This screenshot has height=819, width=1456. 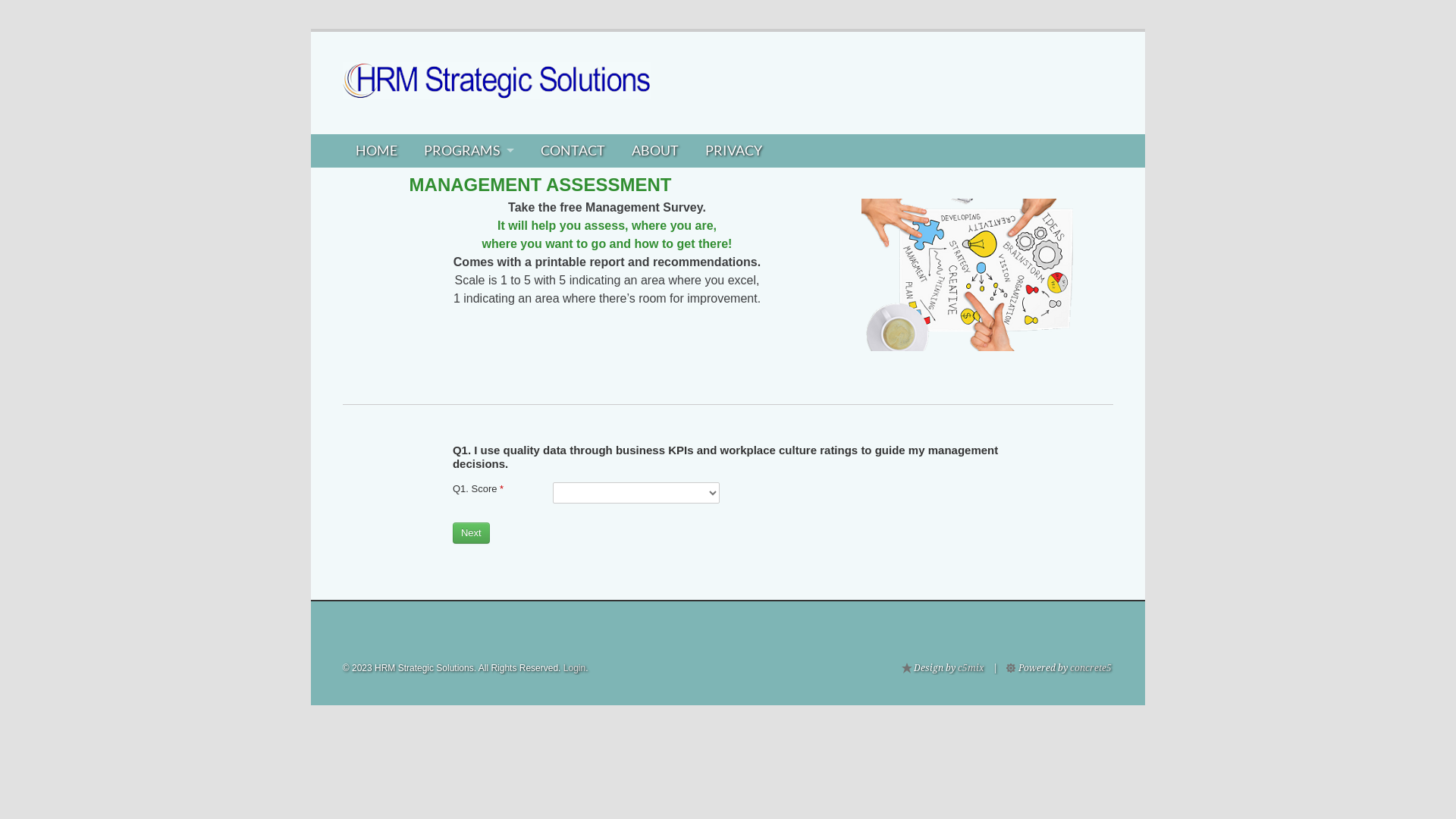 I want to click on 'PRIVACY', so click(x=733, y=151).